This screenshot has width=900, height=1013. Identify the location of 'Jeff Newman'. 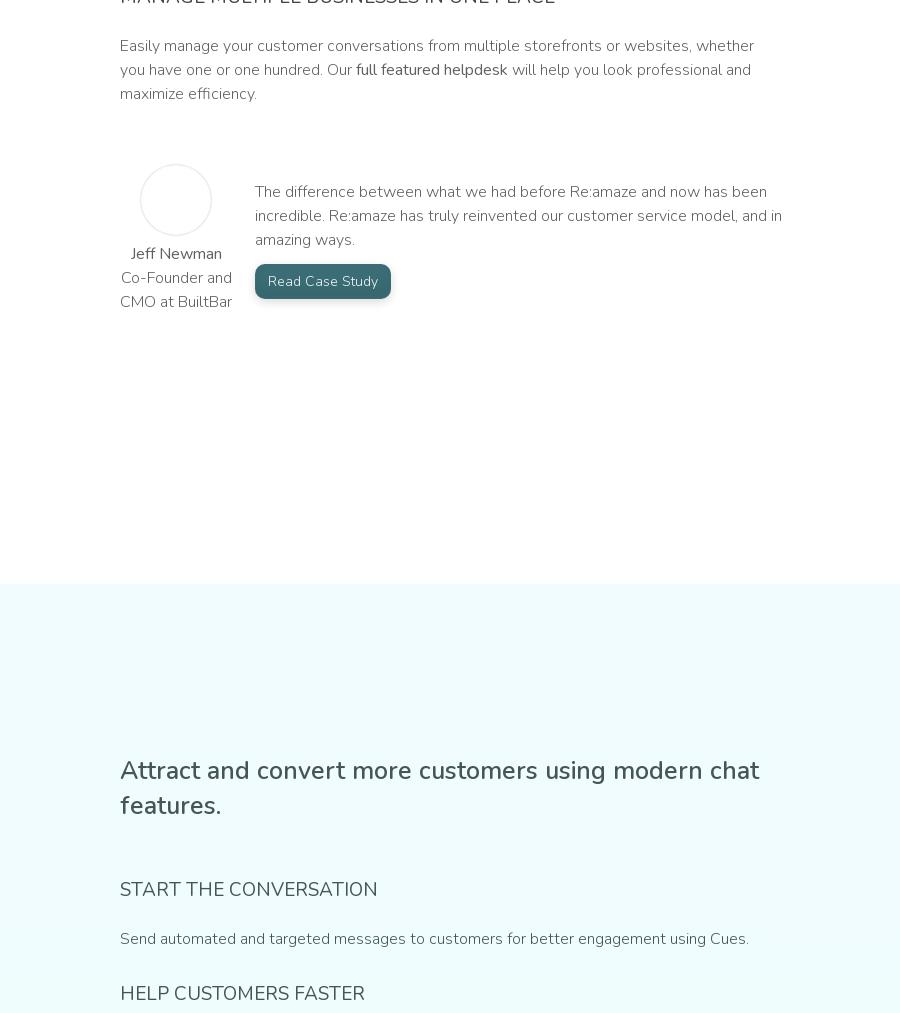
(129, 252).